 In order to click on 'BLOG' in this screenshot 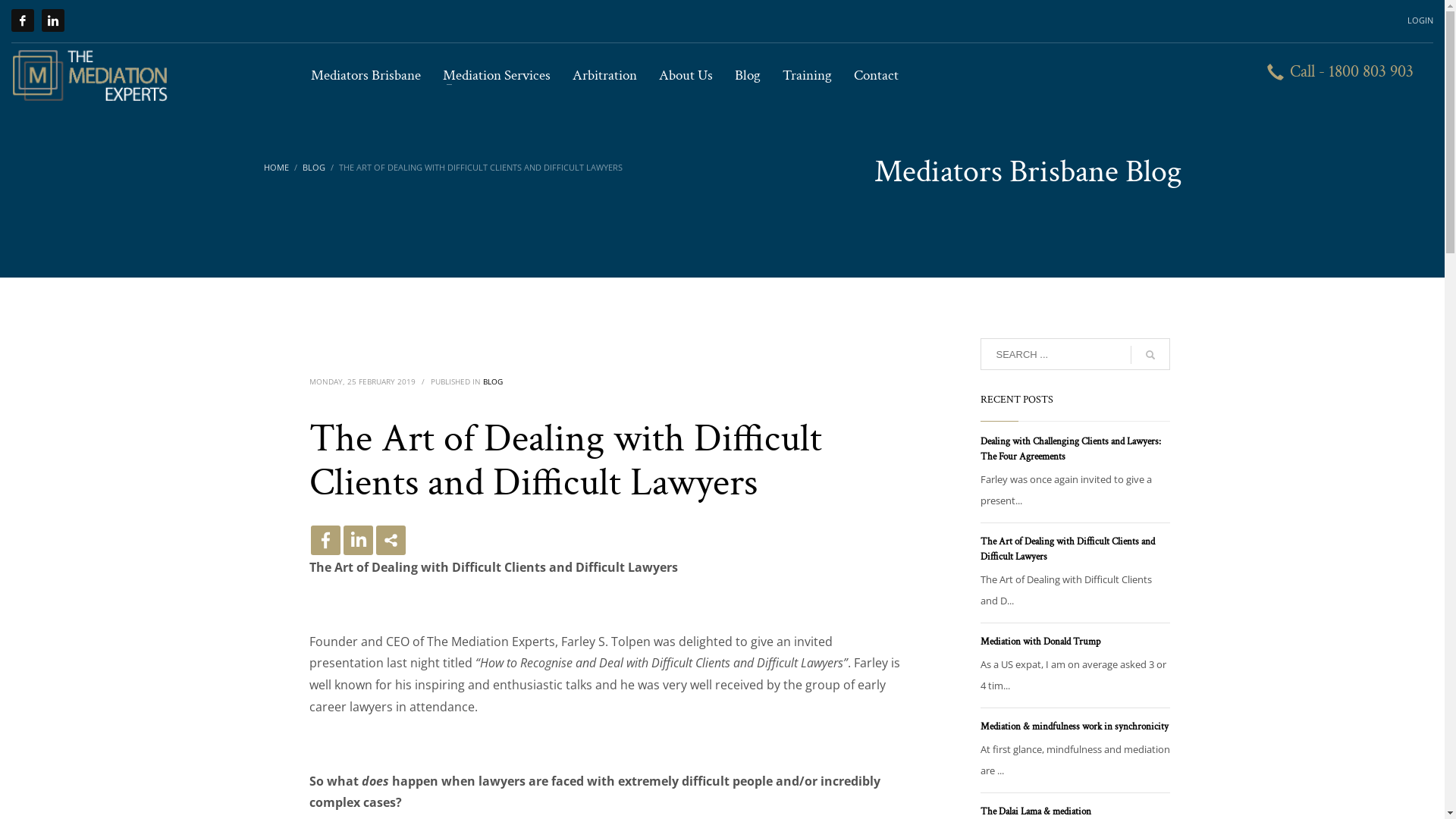, I will do `click(312, 167)`.